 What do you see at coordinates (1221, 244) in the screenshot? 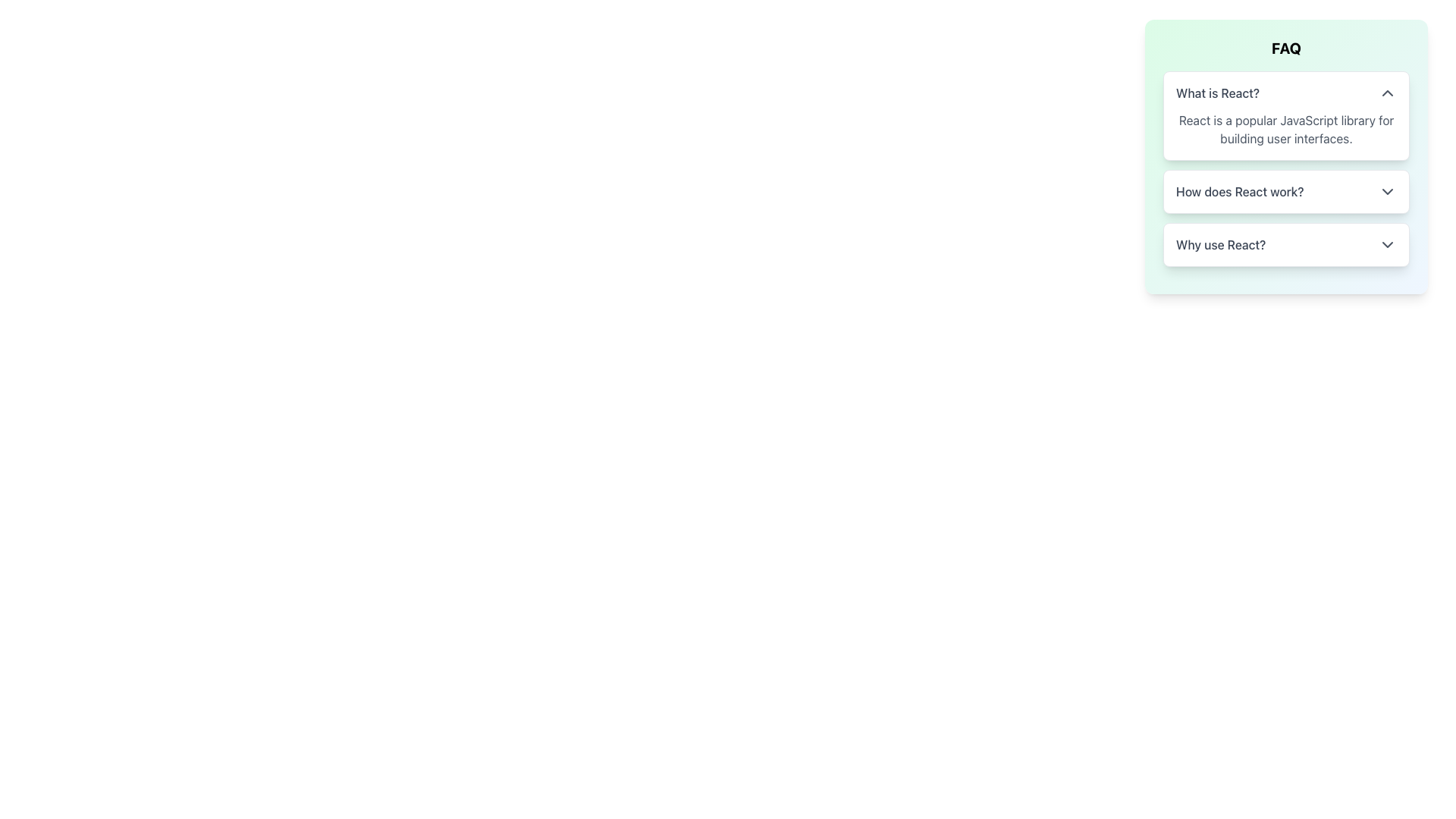
I see `the area adjacent to the text displaying the question 'Why use React?' to interact with the dropdown options in the FAQ section` at bounding box center [1221, 244].